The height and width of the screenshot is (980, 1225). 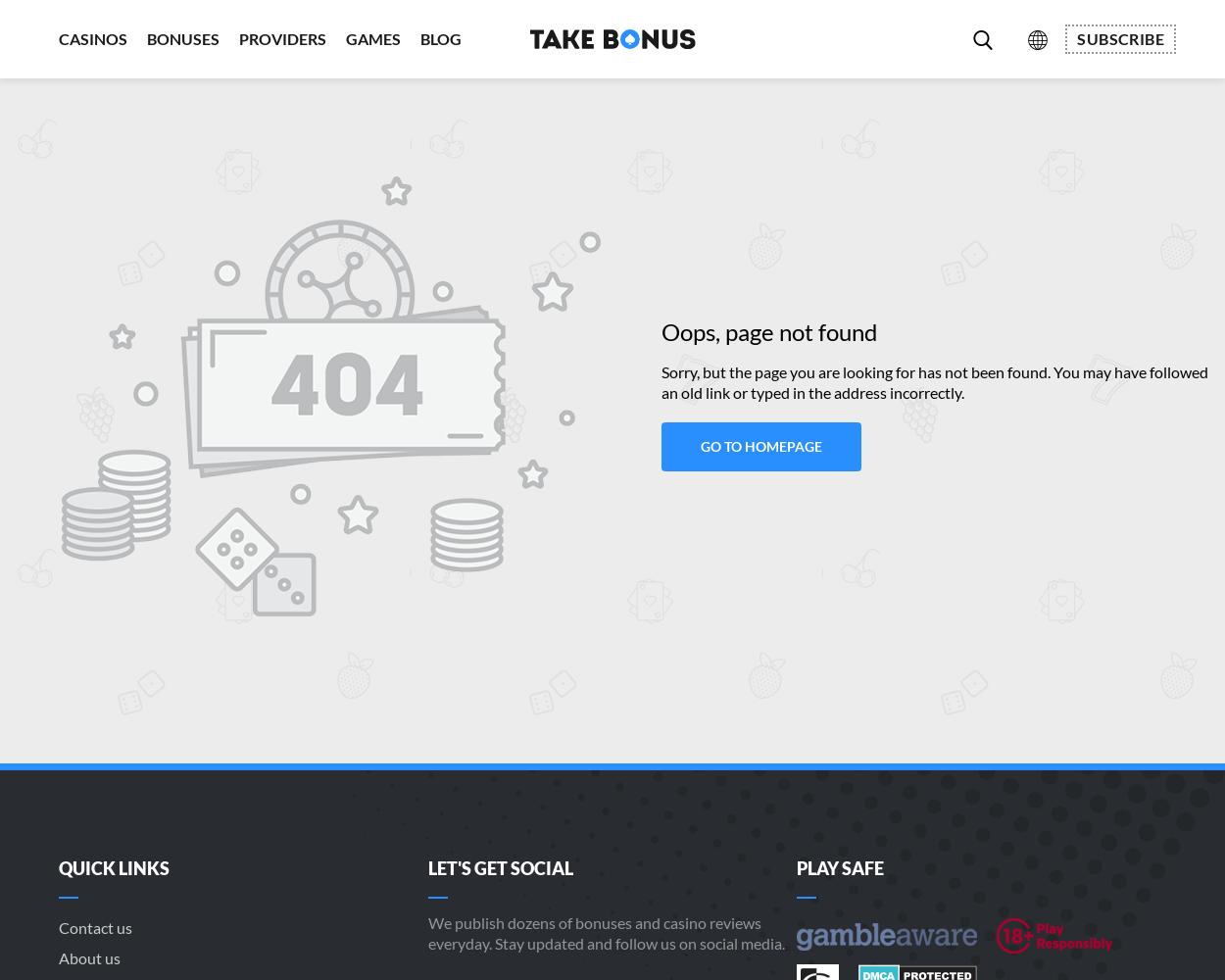 I want to click on 'Providers', so click(x=282, y=38).